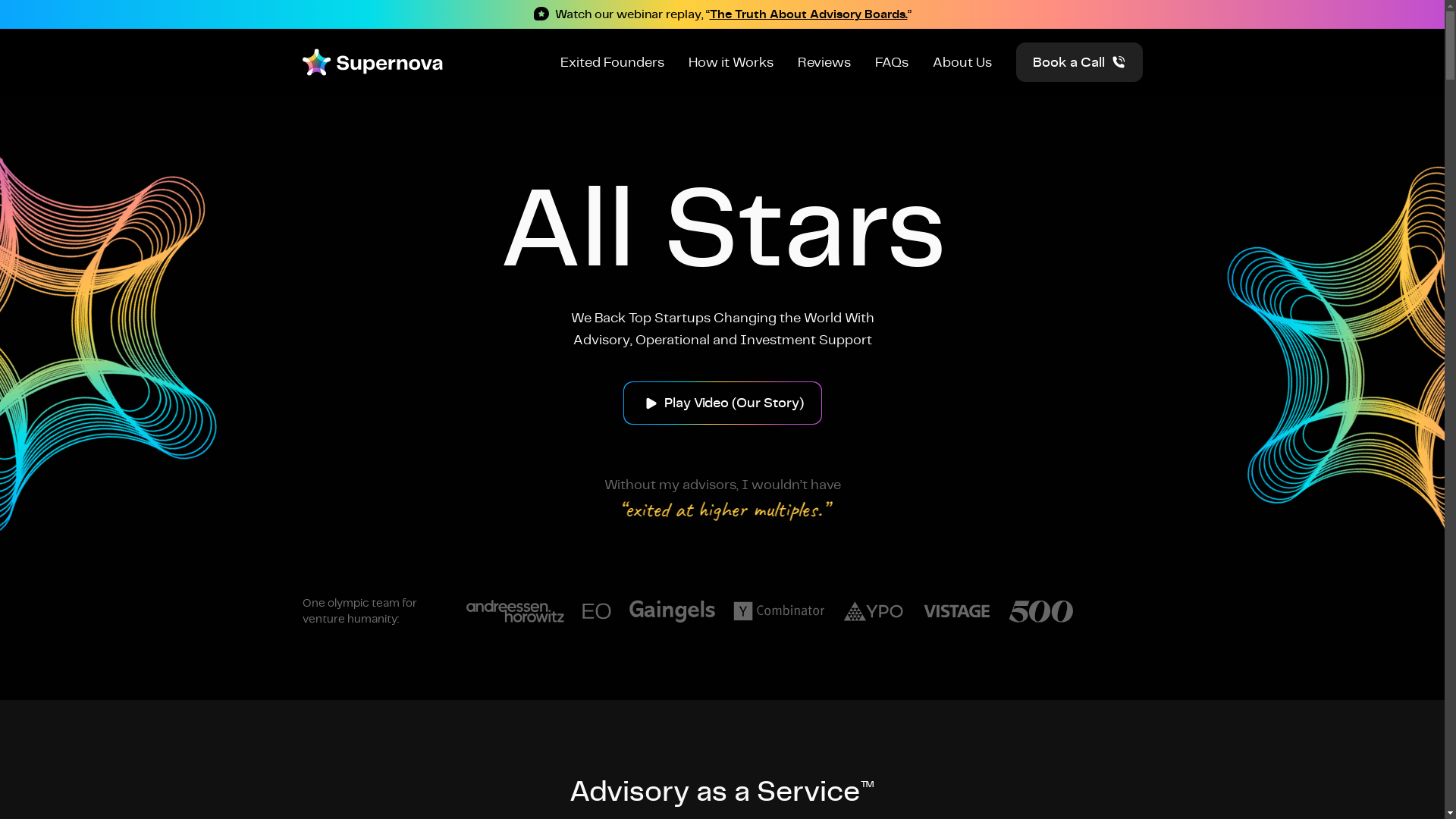 The image size is (1456, 819). What do you see at coordinates (961, 61) in the screenshot?
I see `'About Us'` at bounding box center [961, 61].